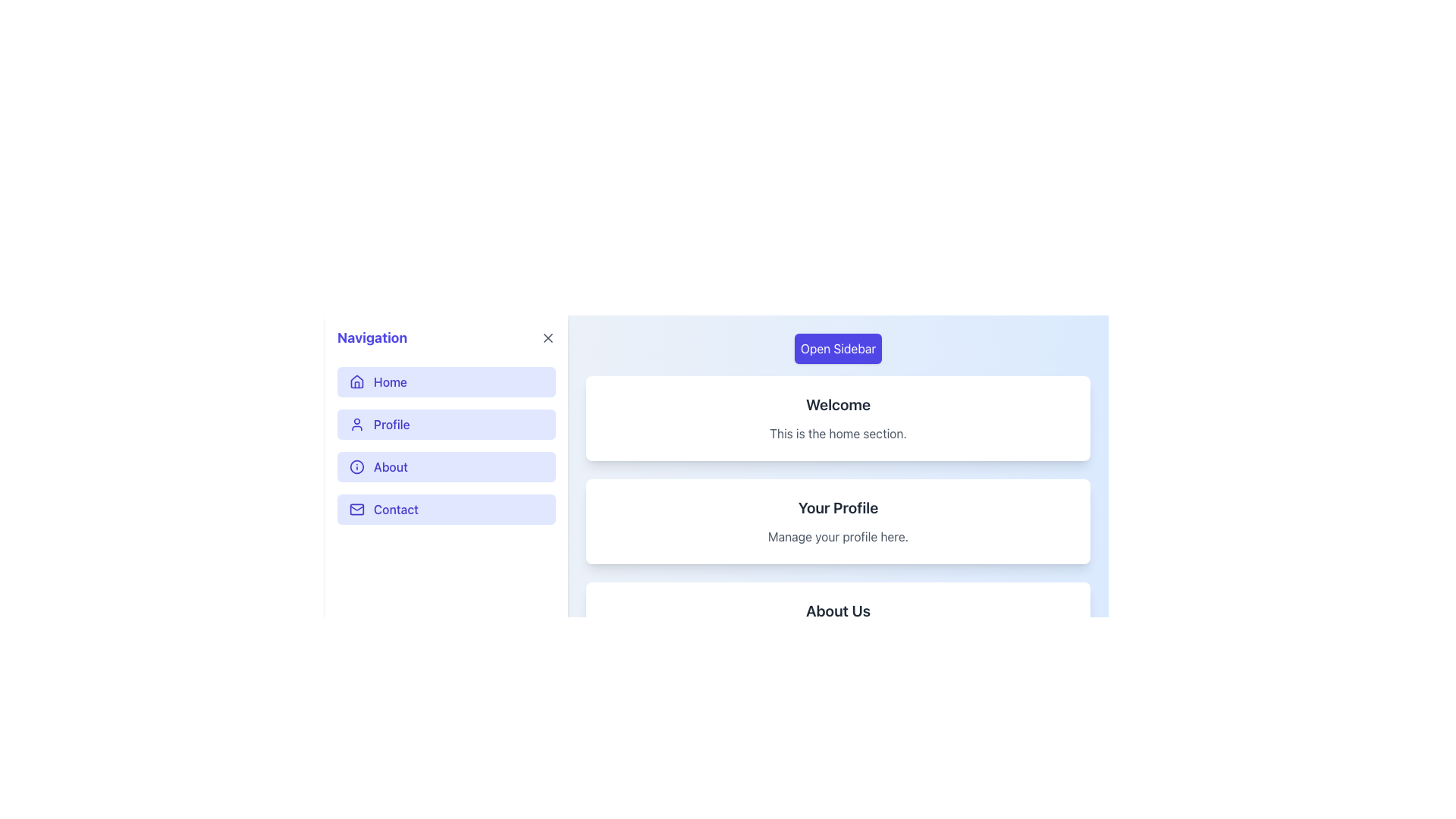 This screenshot has width=1456, height=819. Describe the element at coordinates (356, 424) in the screenshot. I see `the user profile icon located to the left of the 'Profile' label in the navigation menu` at that location.